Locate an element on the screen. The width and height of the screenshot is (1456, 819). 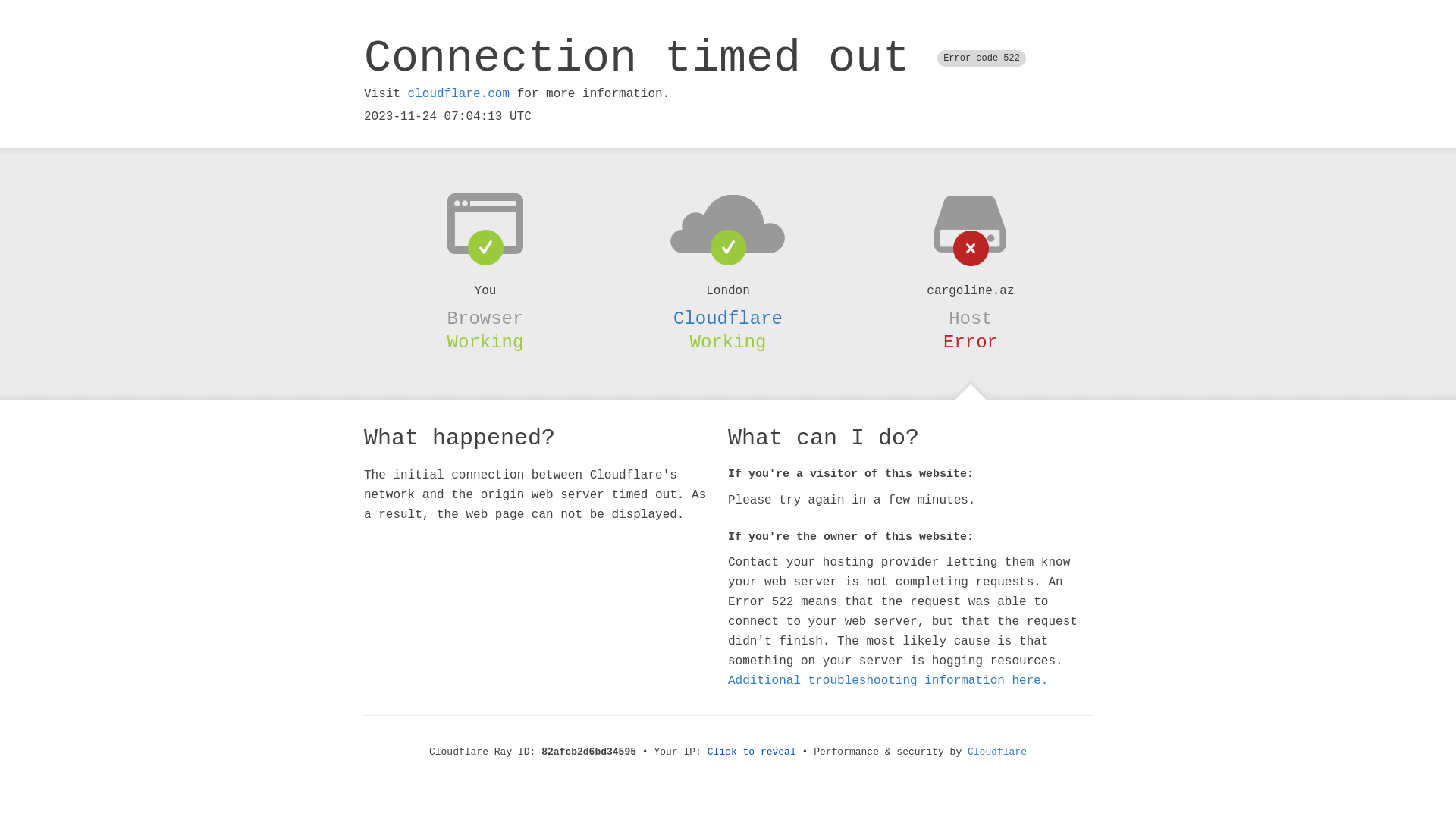
'Additional troubleshooting information here.' is located at coordinates (888, 680).